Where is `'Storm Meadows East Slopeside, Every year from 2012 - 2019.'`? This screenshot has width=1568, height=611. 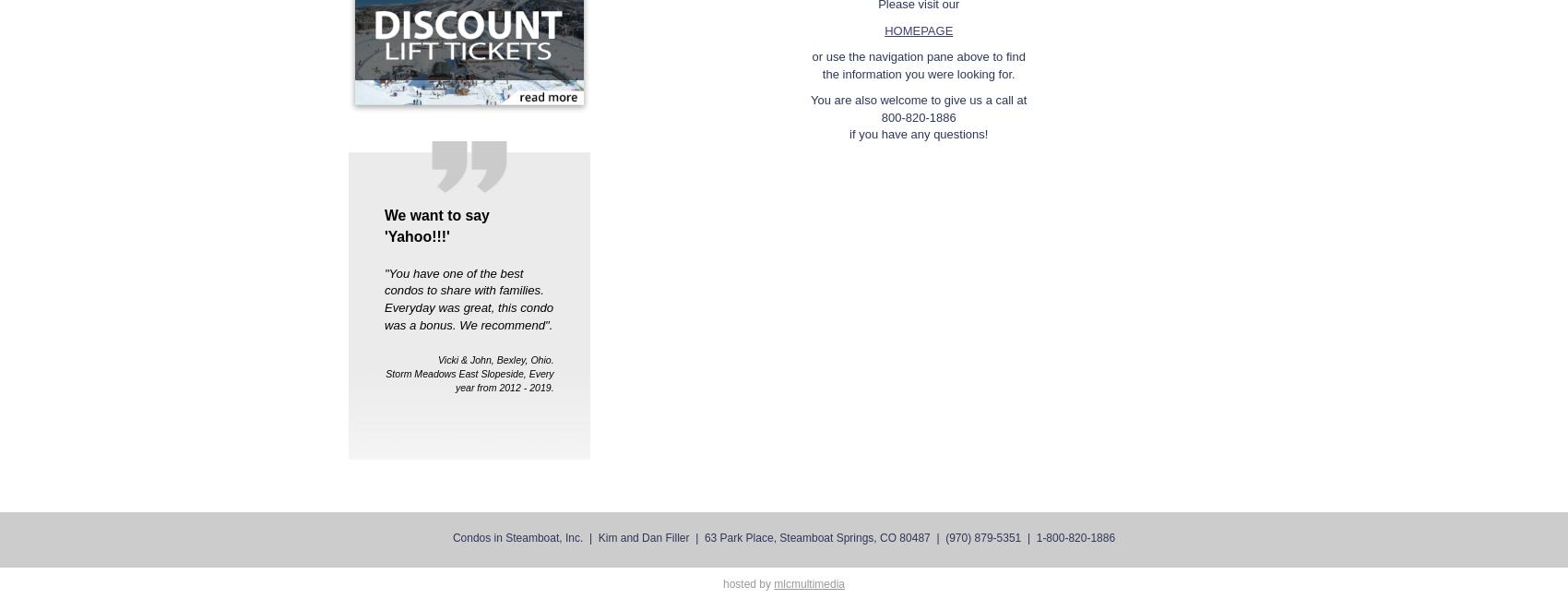 'Storm Meadows East Slopeside, Every year from 2012 - 2019.' is located at coordinates (469, 380).